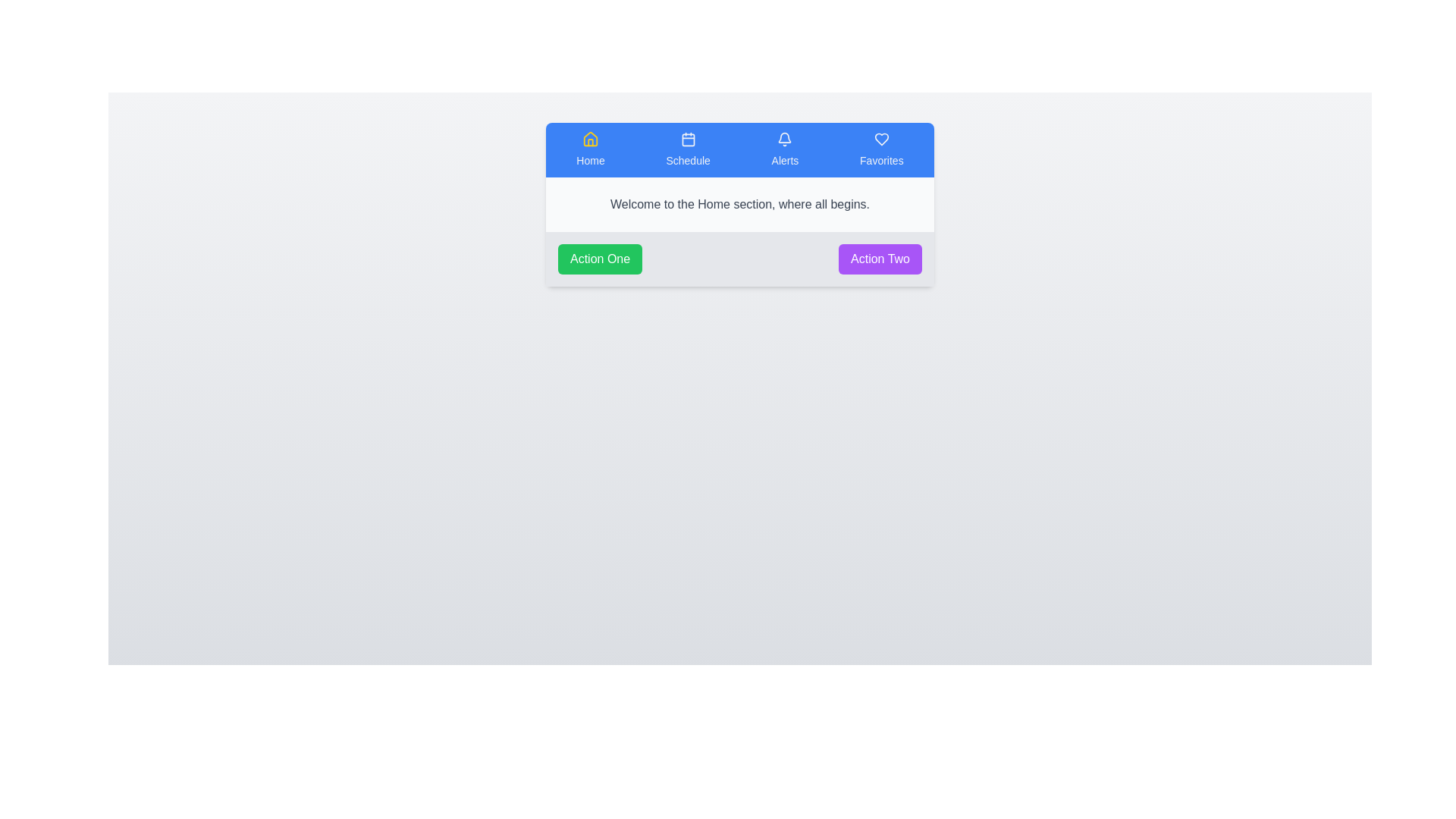 This screenshot has height=819, width=1456. I want to click on the icon labeled 'Favorites' to observe visual feedback, so click(881, 149).